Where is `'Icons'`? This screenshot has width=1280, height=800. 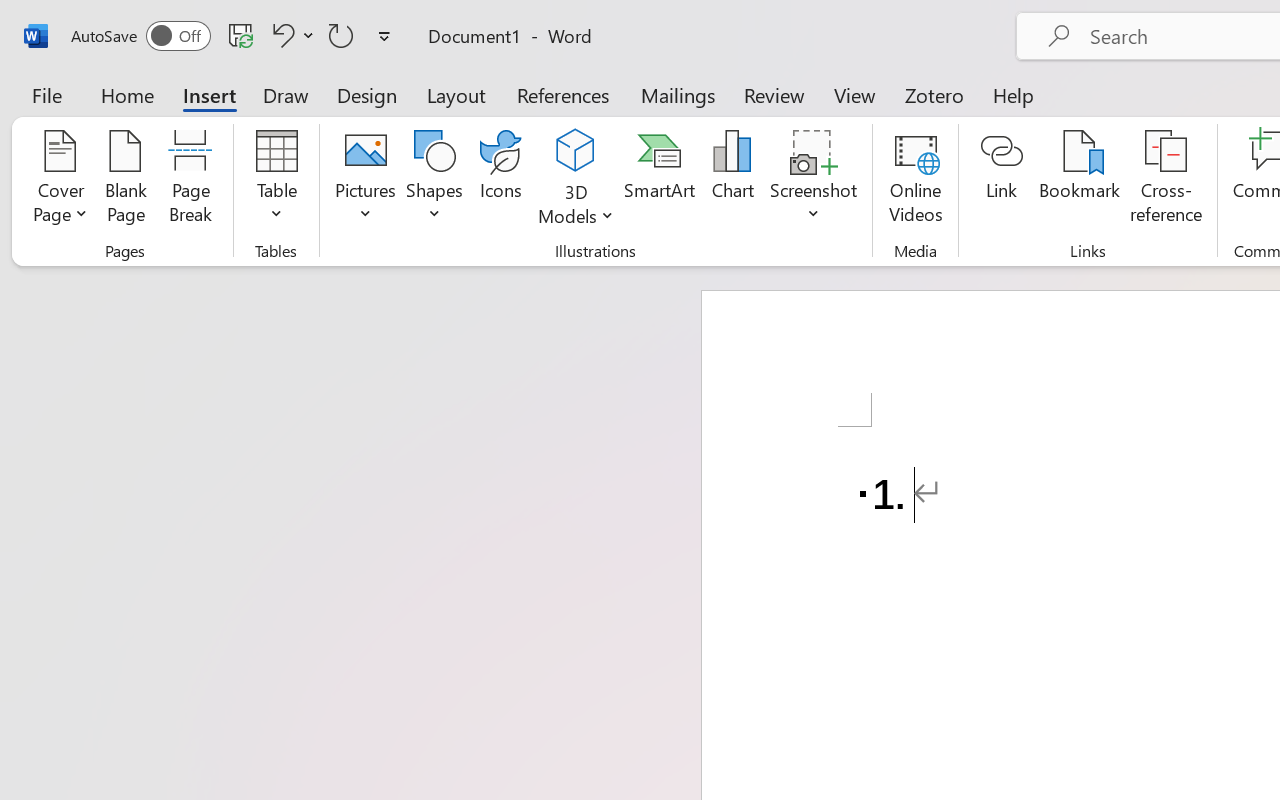 'Icons' is located at coordinates (501, 179).